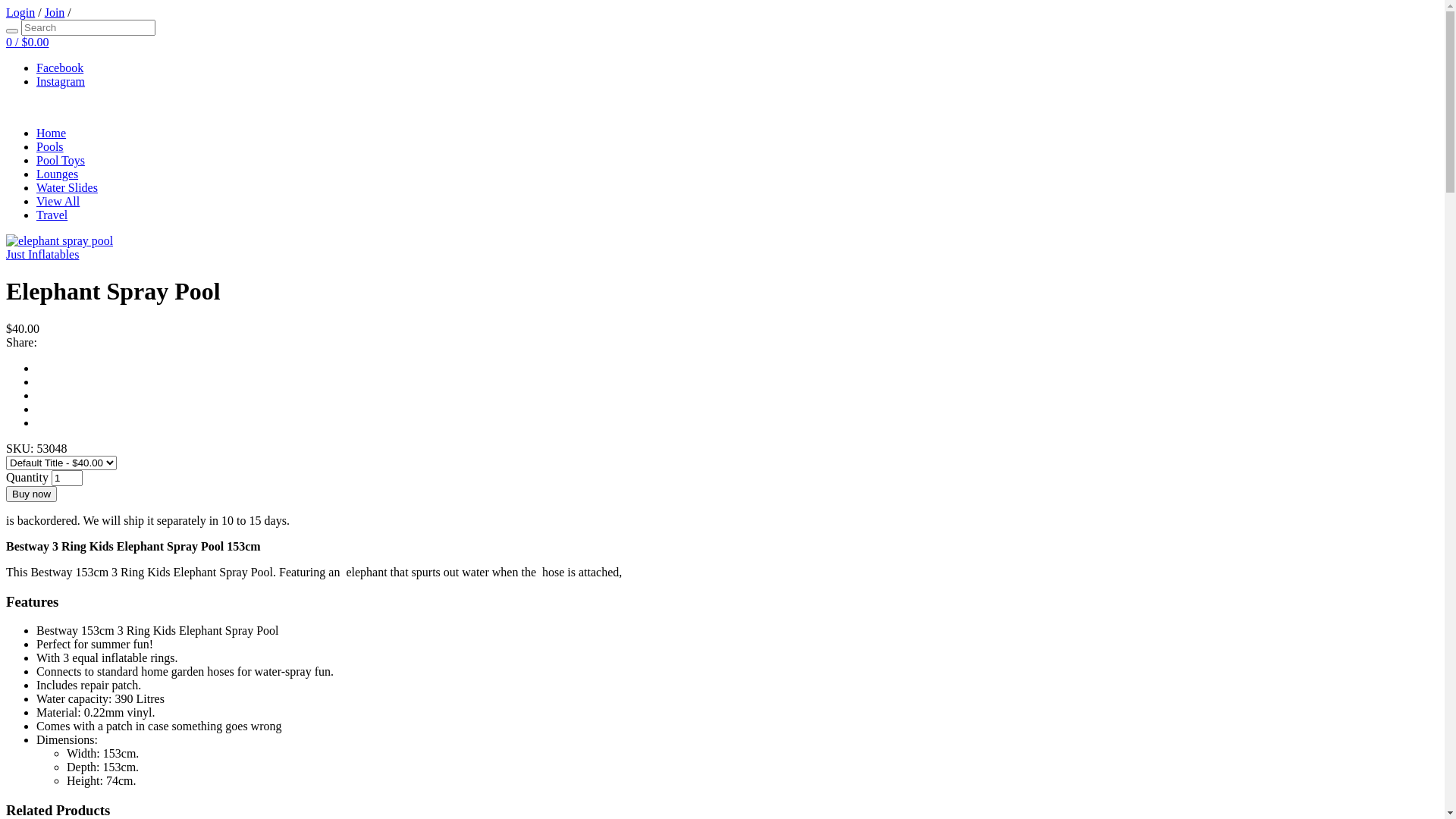 The image size is (1456, 819). I want to click on 'Join', so click(55, 12).